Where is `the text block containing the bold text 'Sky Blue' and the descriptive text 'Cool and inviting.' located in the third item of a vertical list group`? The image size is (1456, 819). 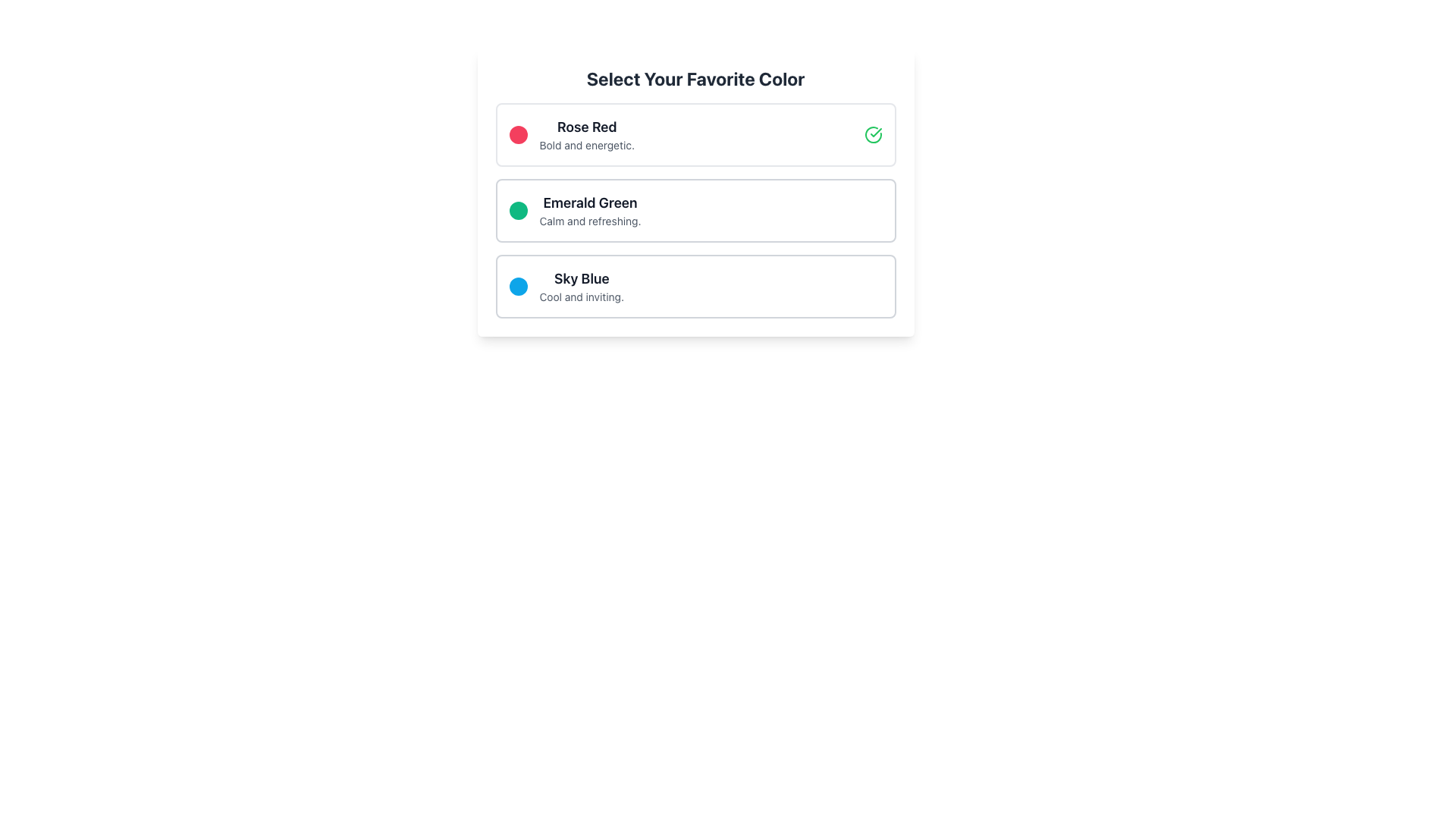 the text block containing the bold text 'Sky Blue' and the descriptive text 'Cool and inviting.' located in the third item of a vertical list group is located at coordinates (581, 287).